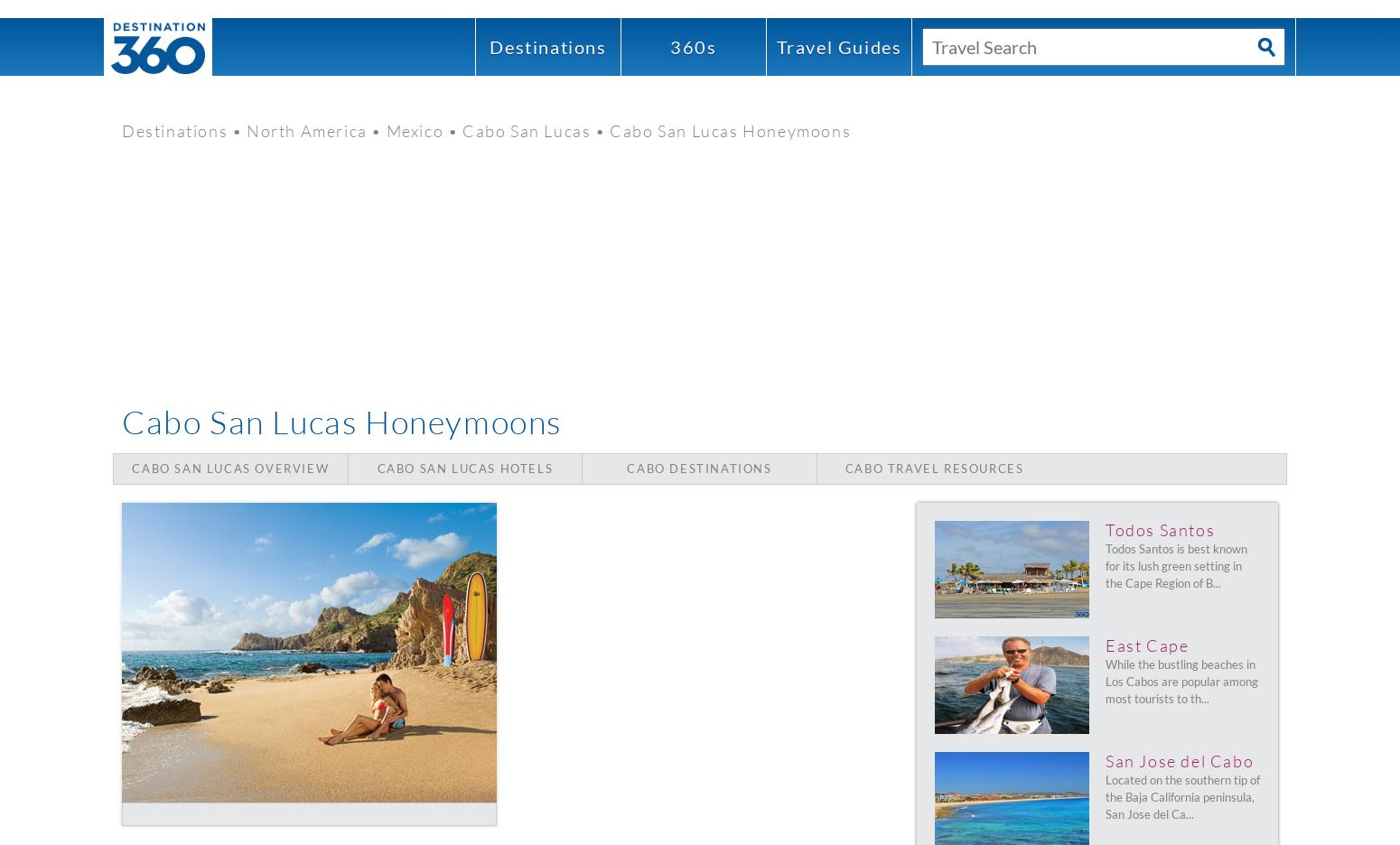 The image size is (1400, 845). I want to click on 'Guides', so click(837, 47).